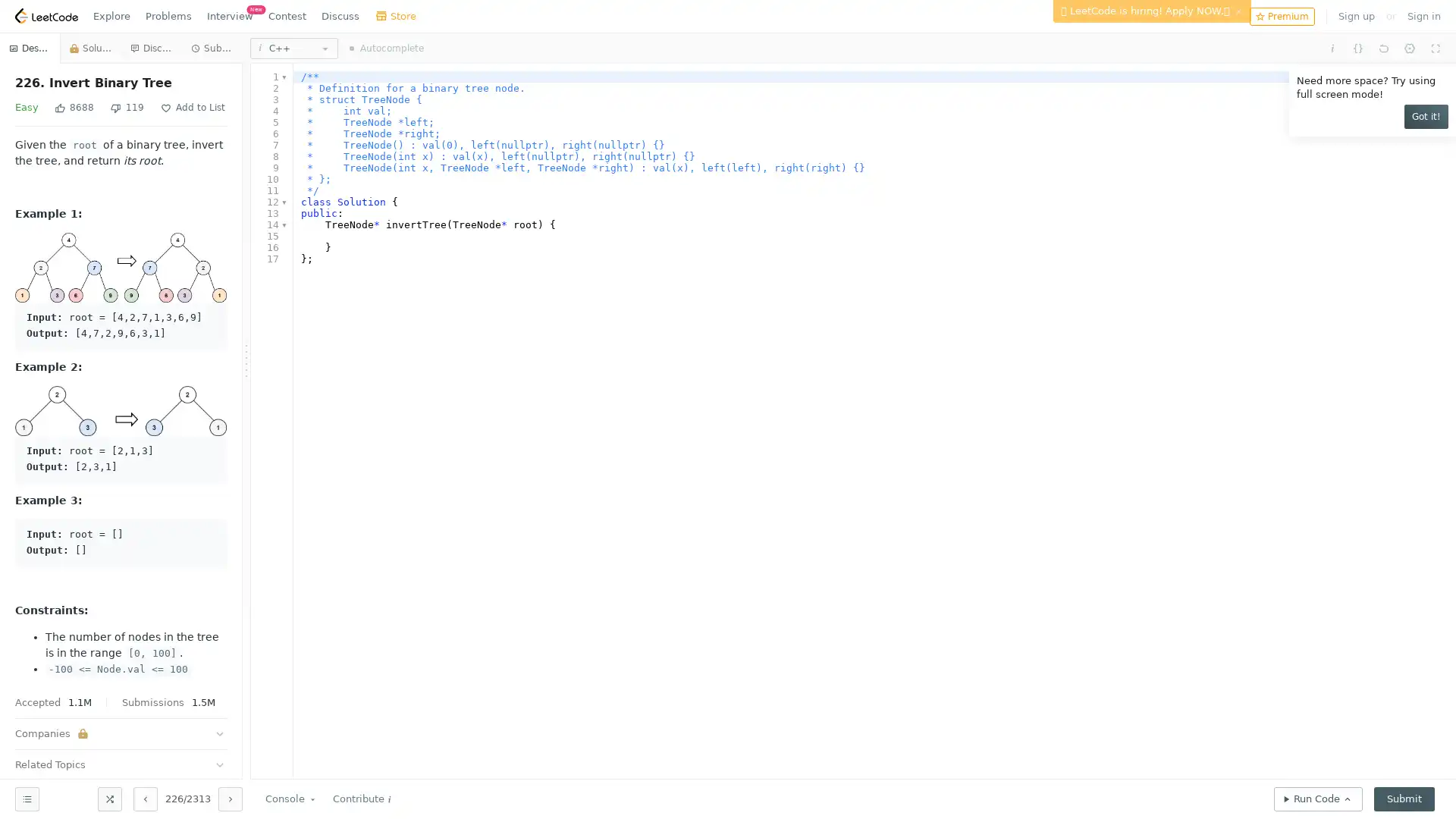 This screenshot has height=819, width=1456. I want to click on 8688, so click(73, 107).